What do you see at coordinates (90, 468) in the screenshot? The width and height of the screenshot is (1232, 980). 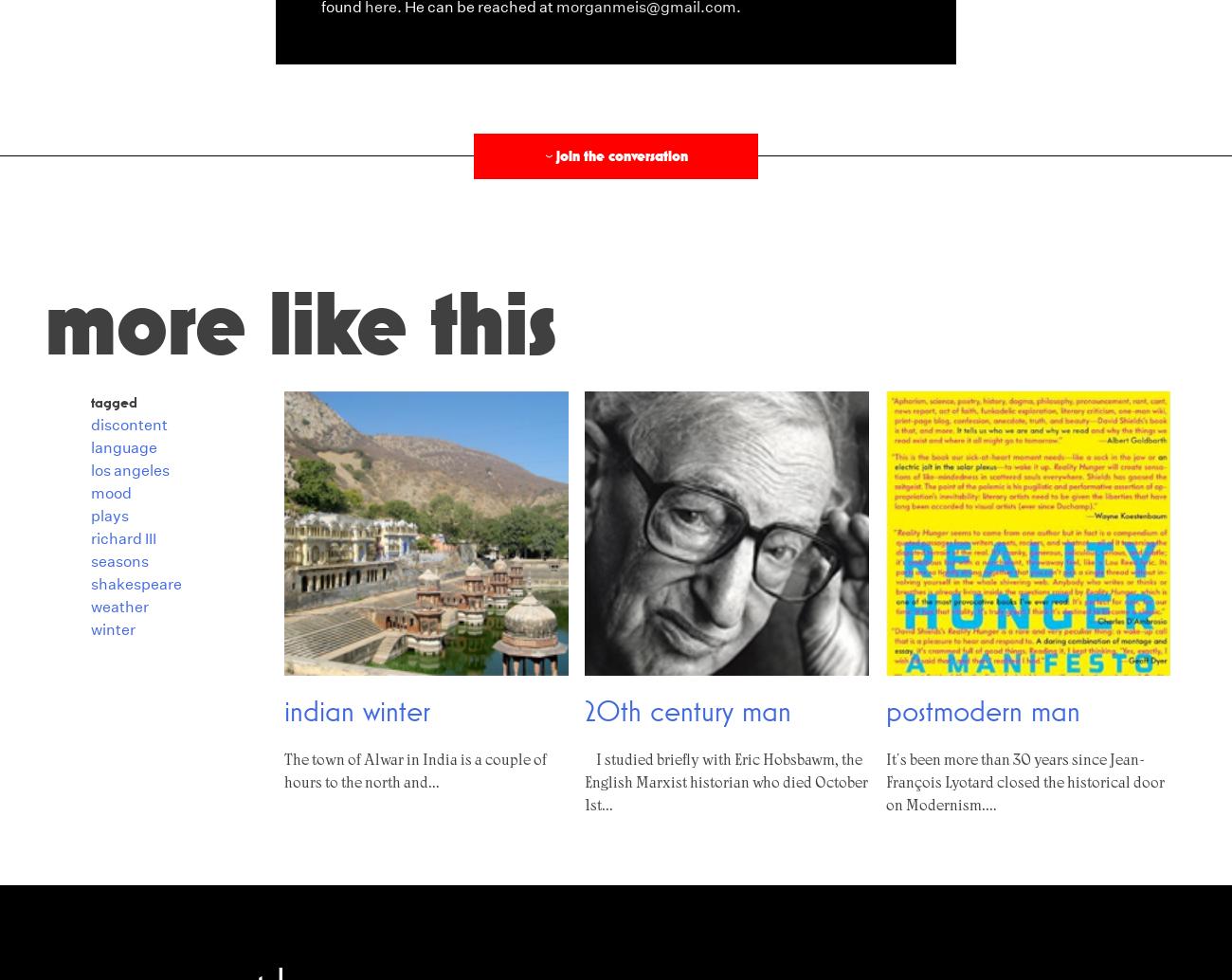 I see `'los angeles'` at bounding box center [90, 468].